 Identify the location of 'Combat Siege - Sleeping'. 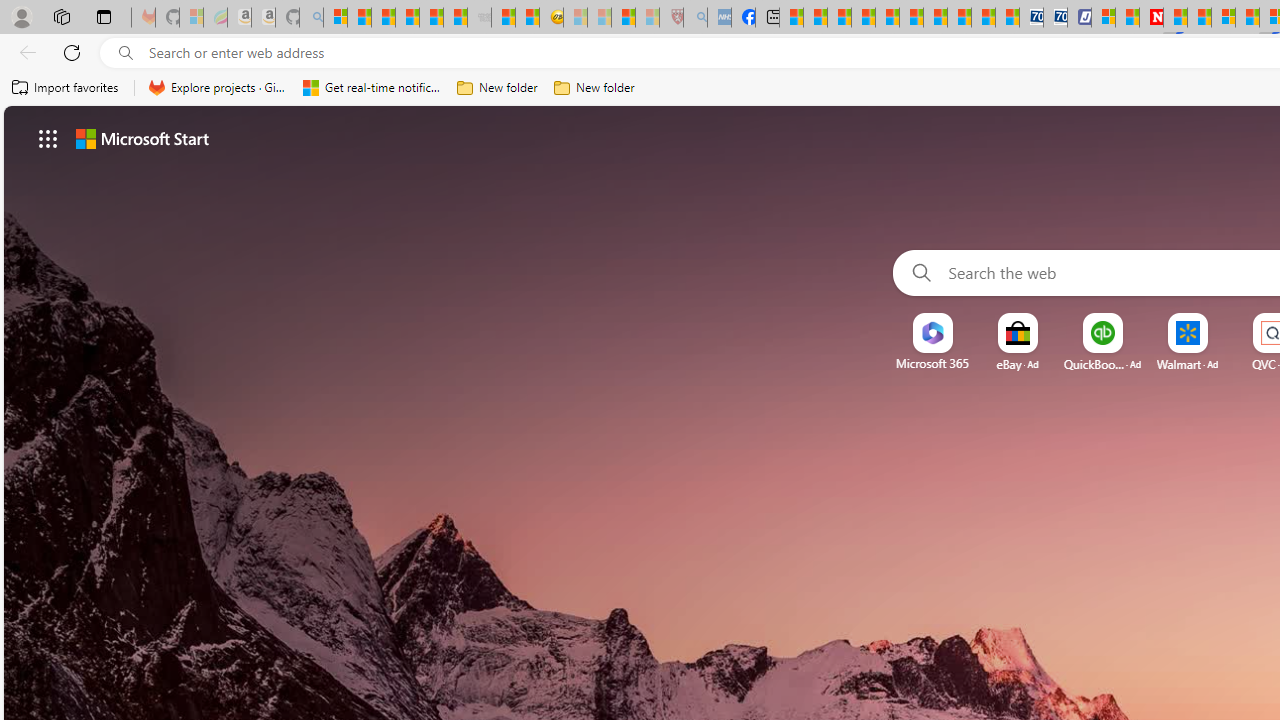
(480, 17).